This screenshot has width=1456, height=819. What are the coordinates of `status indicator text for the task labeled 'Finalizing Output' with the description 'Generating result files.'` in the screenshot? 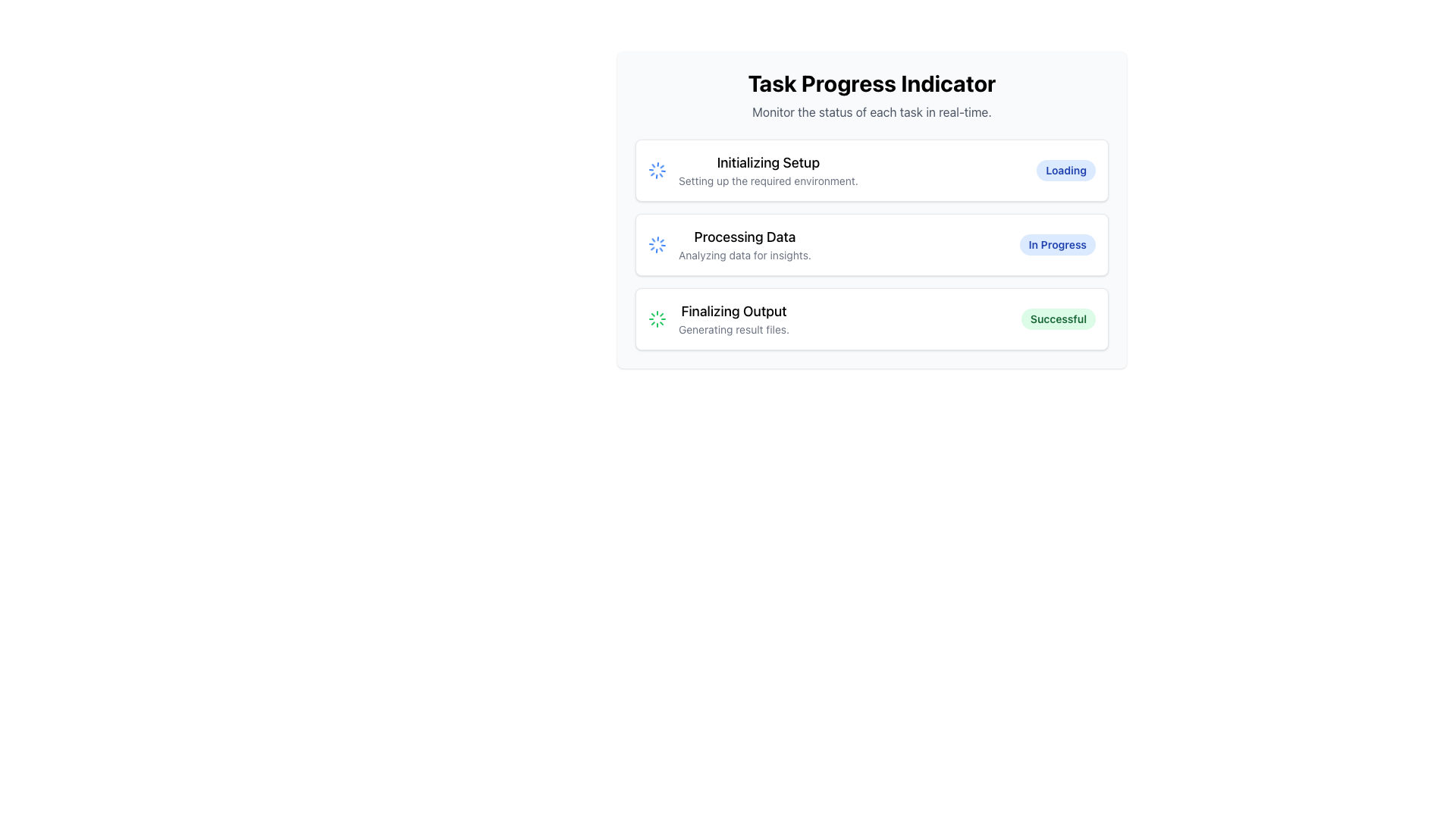 It's located at (717, 318).